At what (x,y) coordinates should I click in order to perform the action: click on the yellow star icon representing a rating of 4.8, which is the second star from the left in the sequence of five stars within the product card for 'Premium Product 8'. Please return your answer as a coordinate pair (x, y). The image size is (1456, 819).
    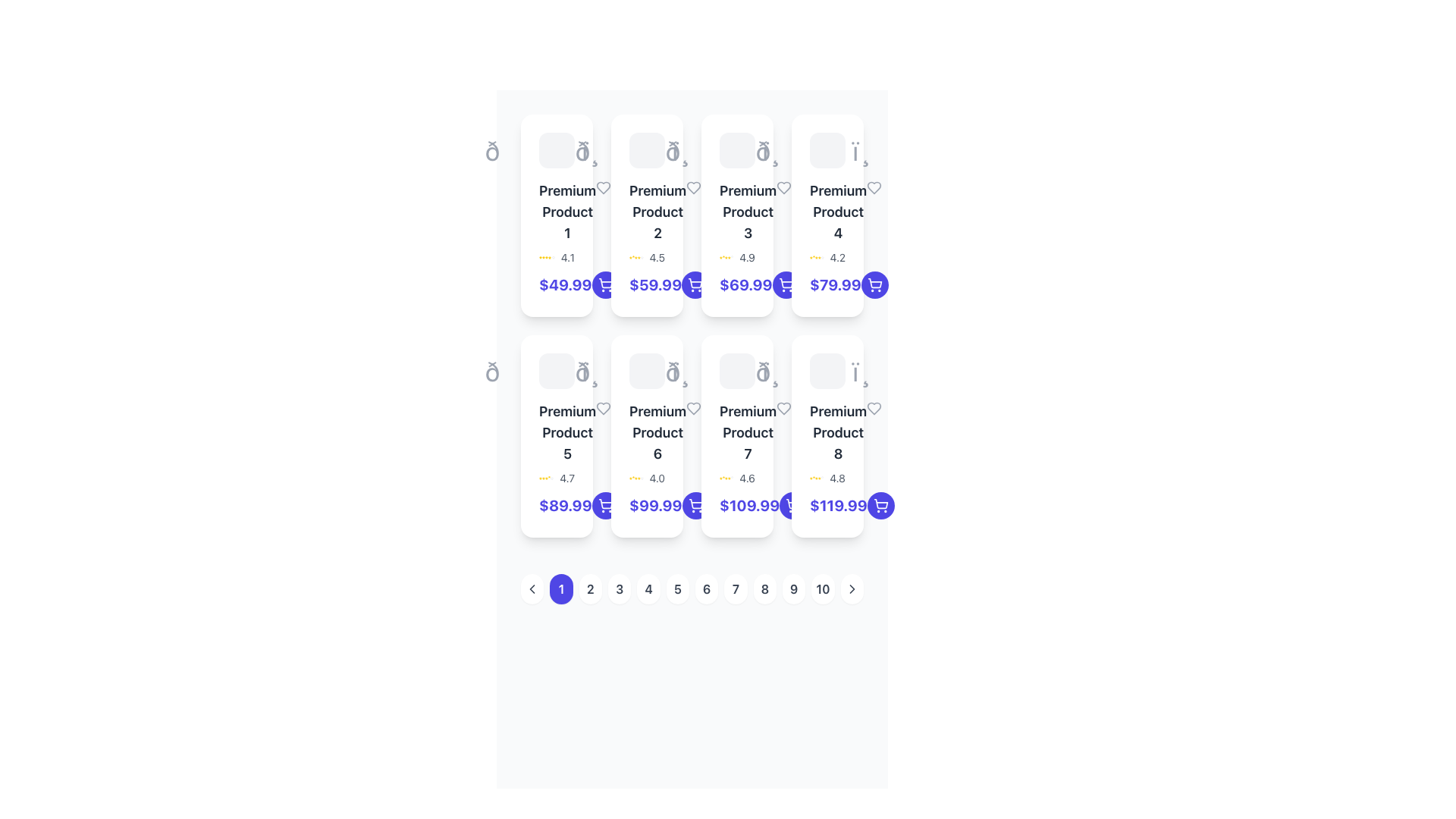
    Looking at the image, I should click on (813, 479).